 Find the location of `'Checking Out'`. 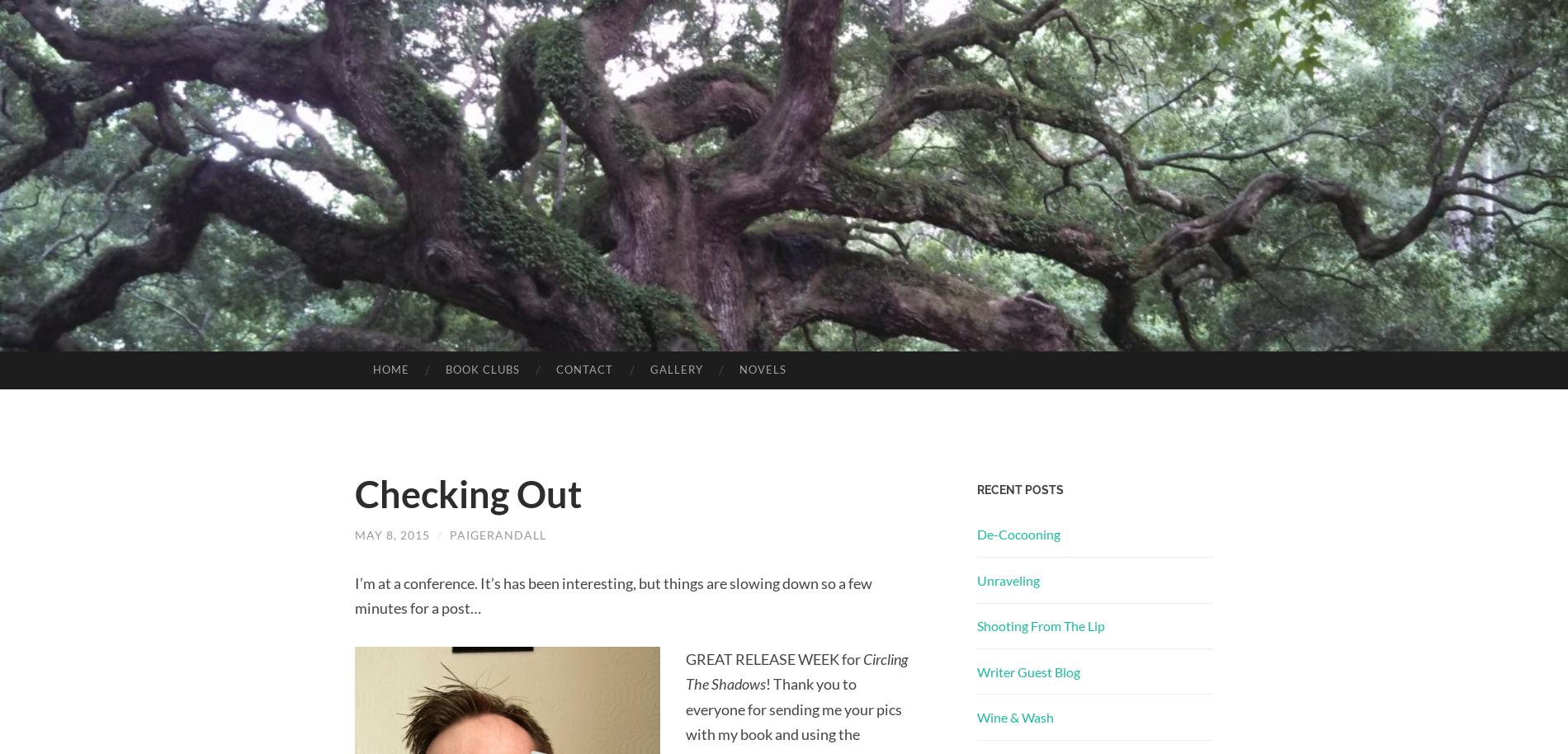

'Checking Out' is located at coordinates (468, 492).